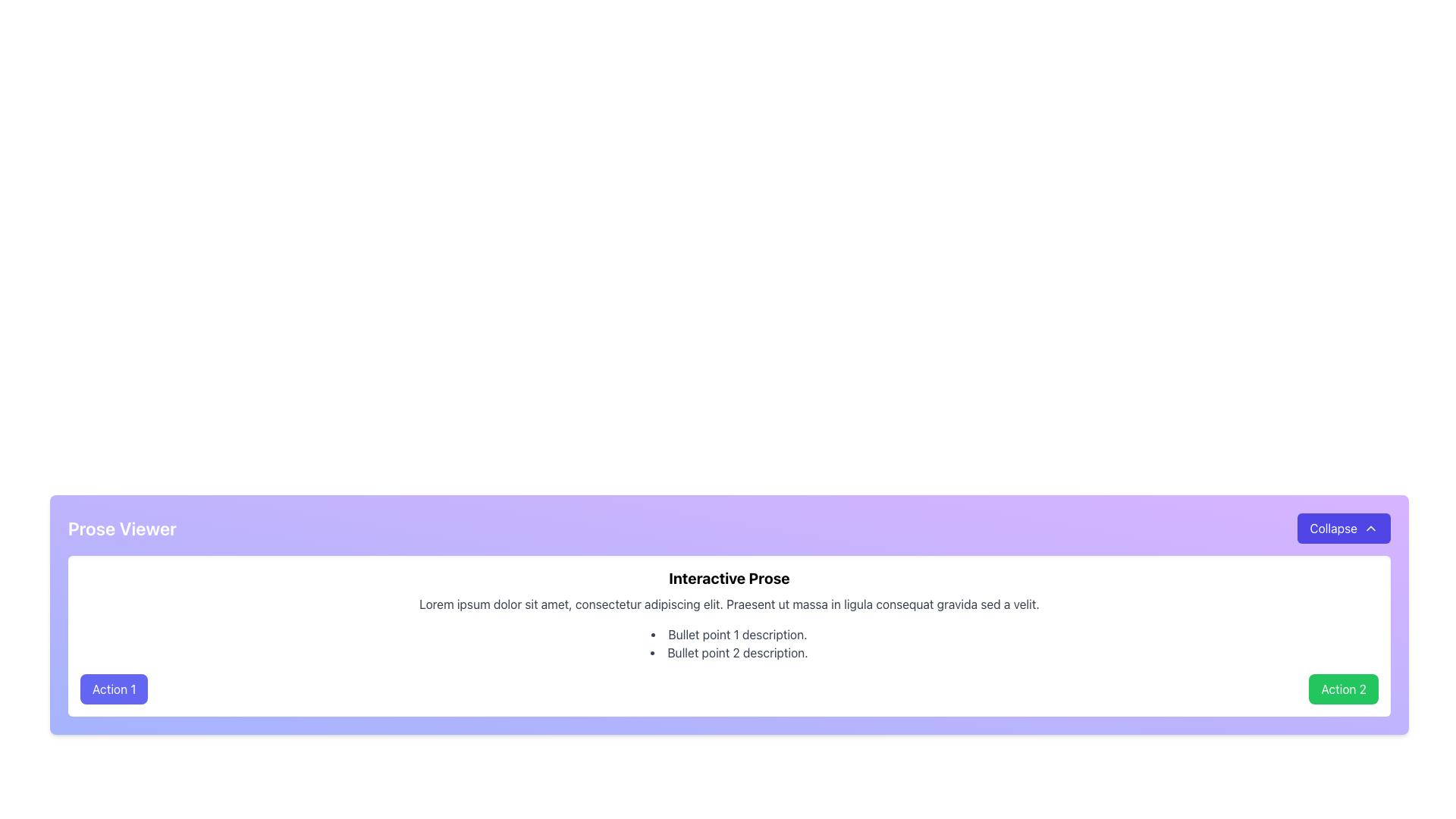 This screenshot has height=819, width=1456. What do you see at coordinates (729, 604) in the screenshot?
I see `the TextBlock containing light gray font, positioned below the 'Interactive Prose' title and above the bullet list` at bounding box center [729, 604].